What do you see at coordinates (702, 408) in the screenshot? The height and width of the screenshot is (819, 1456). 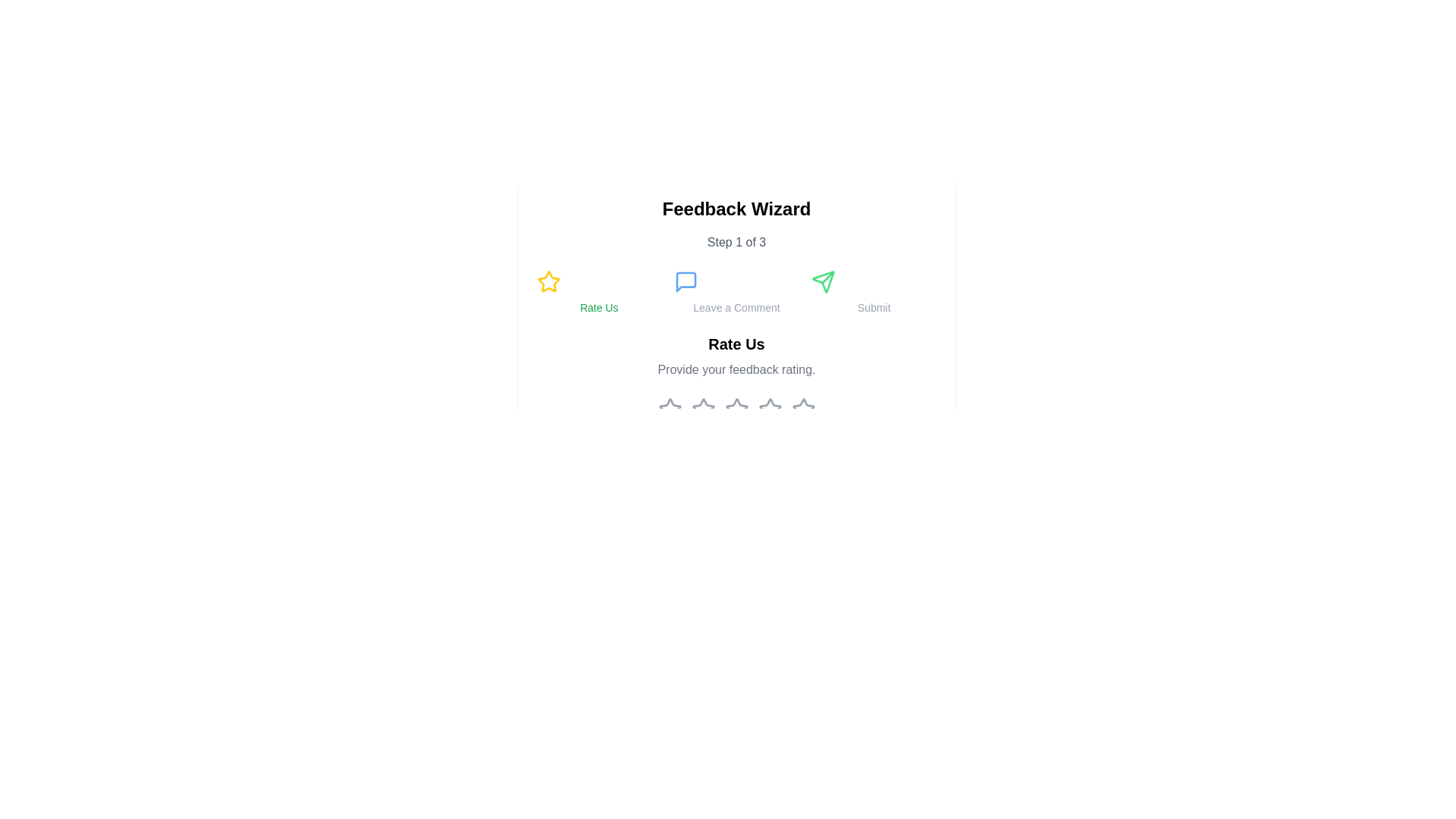 I see `the third star in the horizontal row of five stars, located directly underneath the 'Rate Us' text label` at bounding box center [702, 408].